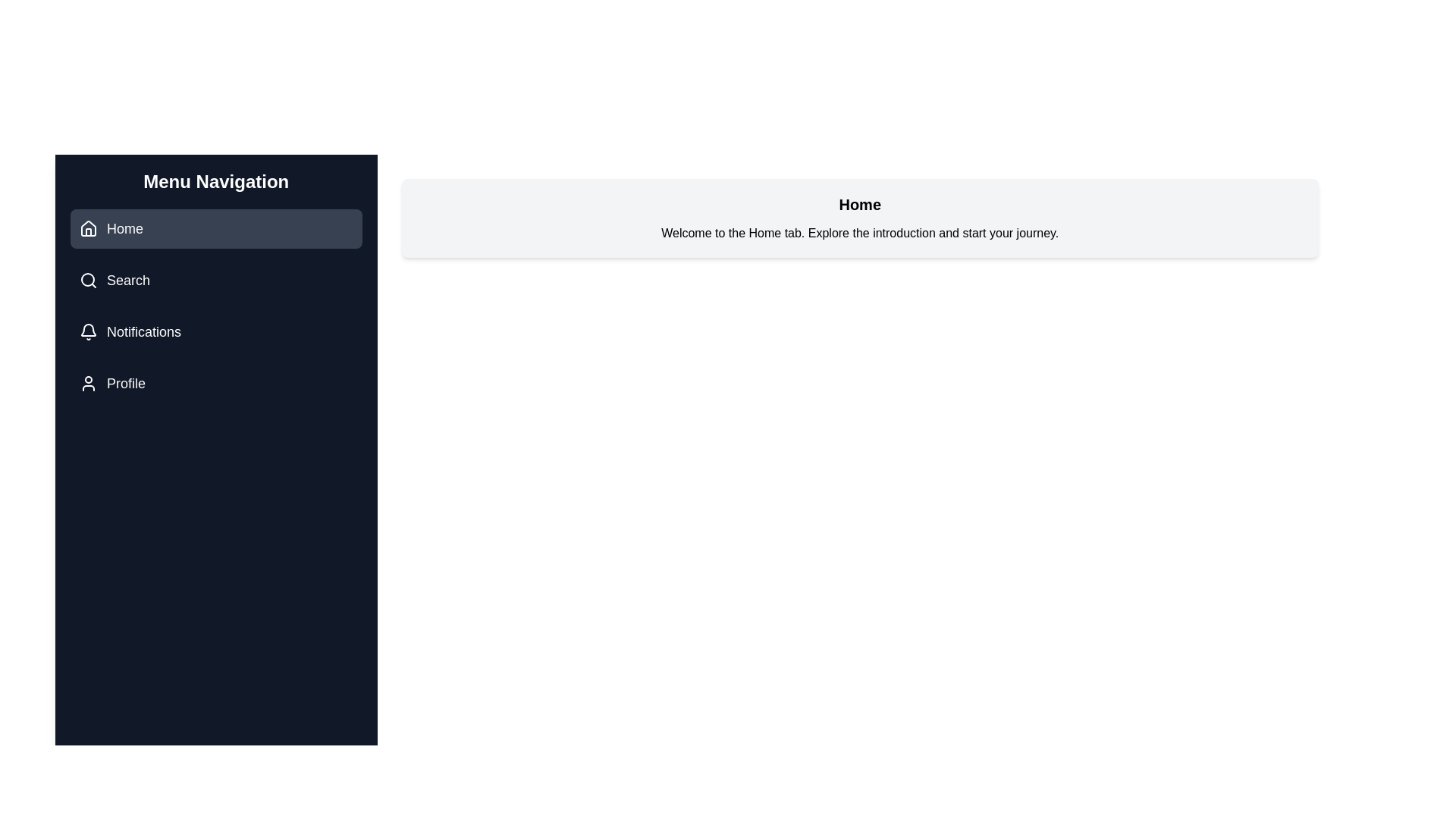  What do you see at coordinates (215, 228) in the screenshot?
I see `the tab Home to observe its icon and title` at bounding box center [215, 228].